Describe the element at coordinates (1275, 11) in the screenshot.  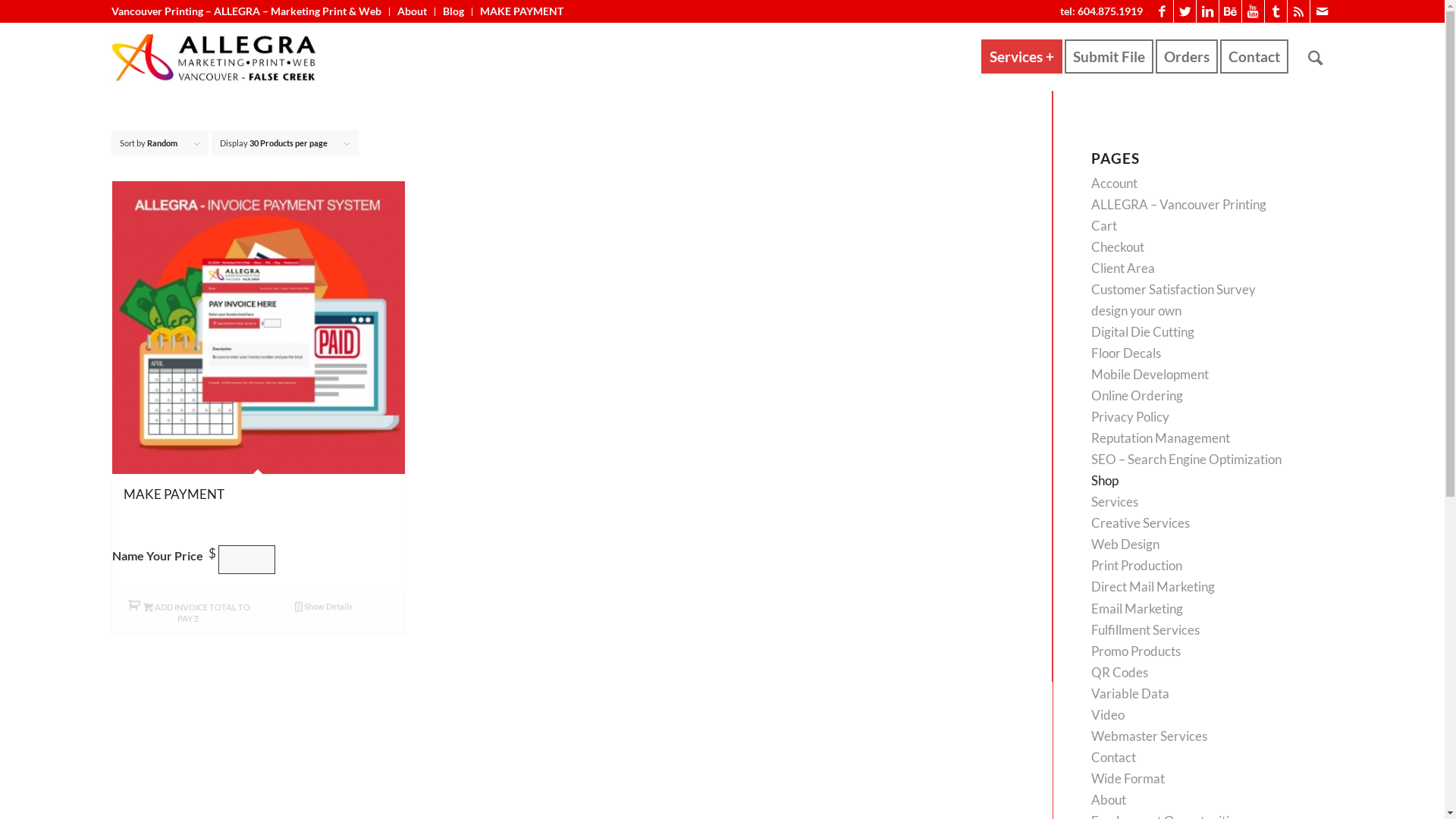
I see `'Tumblr'` at that location.